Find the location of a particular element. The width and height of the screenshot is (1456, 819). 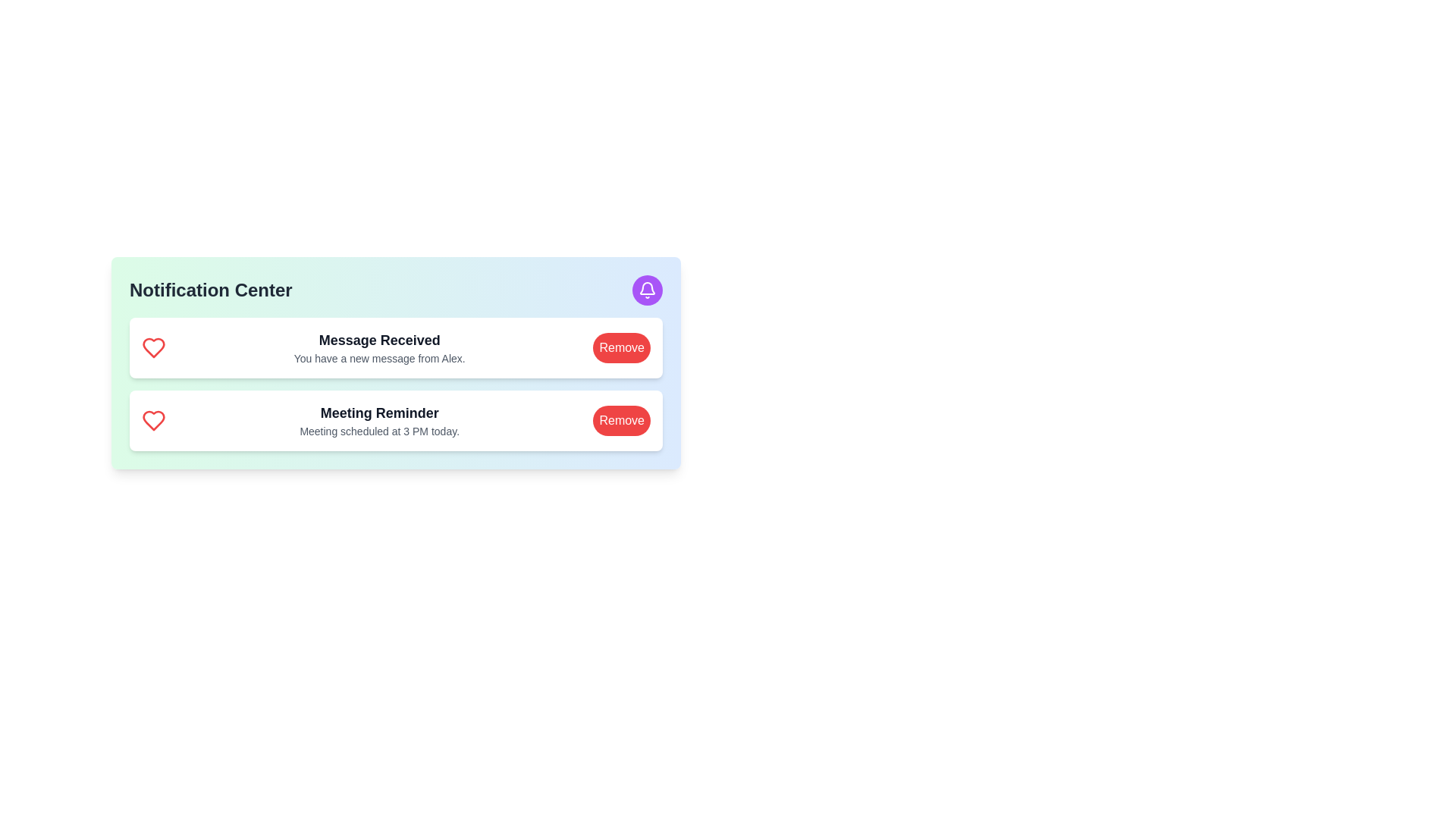

text label titled 'Message Received' located at the top of the notification card in the Notification Center is located at coordinates (379, 339).